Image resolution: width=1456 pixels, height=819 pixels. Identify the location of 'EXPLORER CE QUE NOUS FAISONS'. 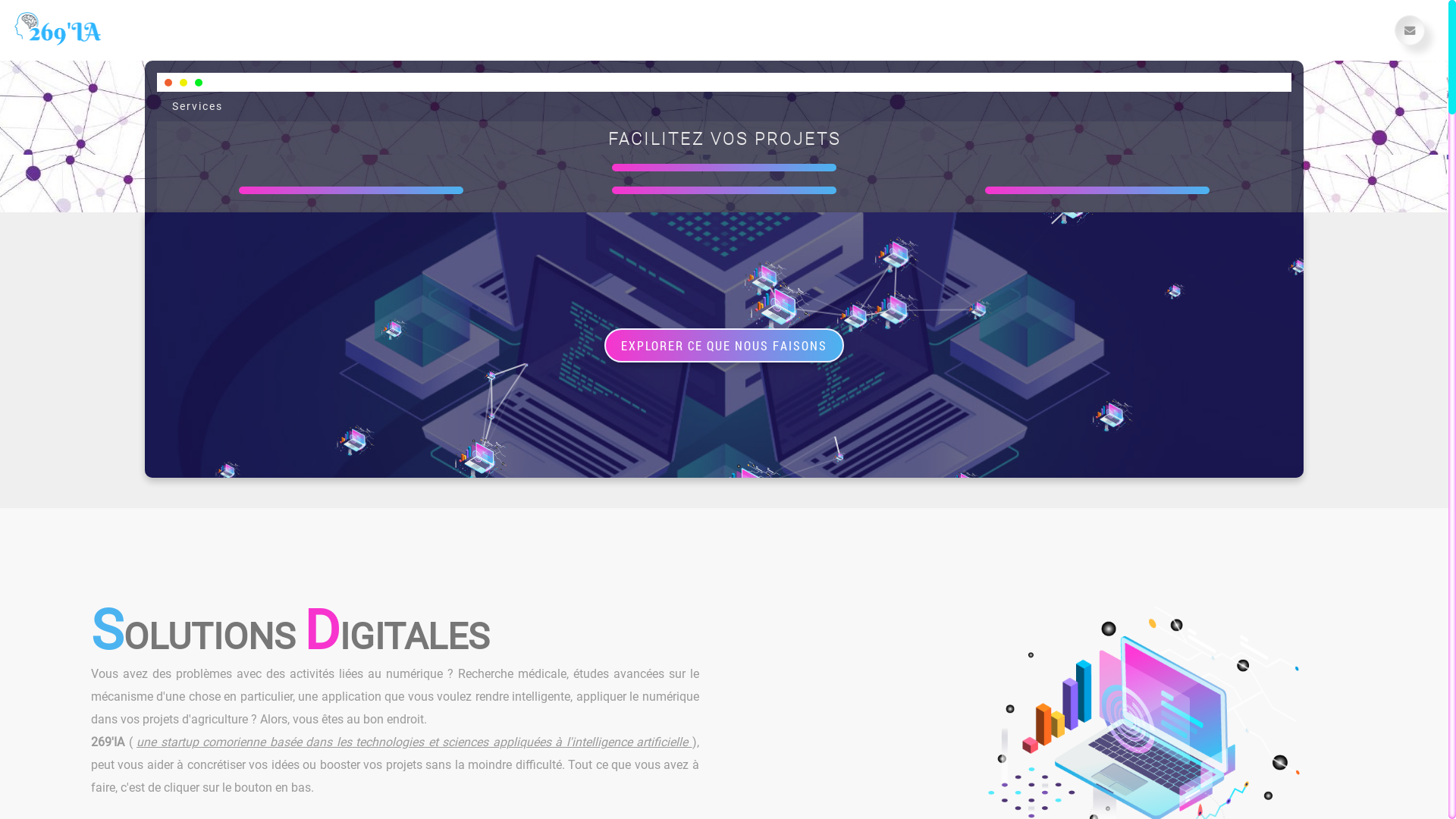
(723, 344).